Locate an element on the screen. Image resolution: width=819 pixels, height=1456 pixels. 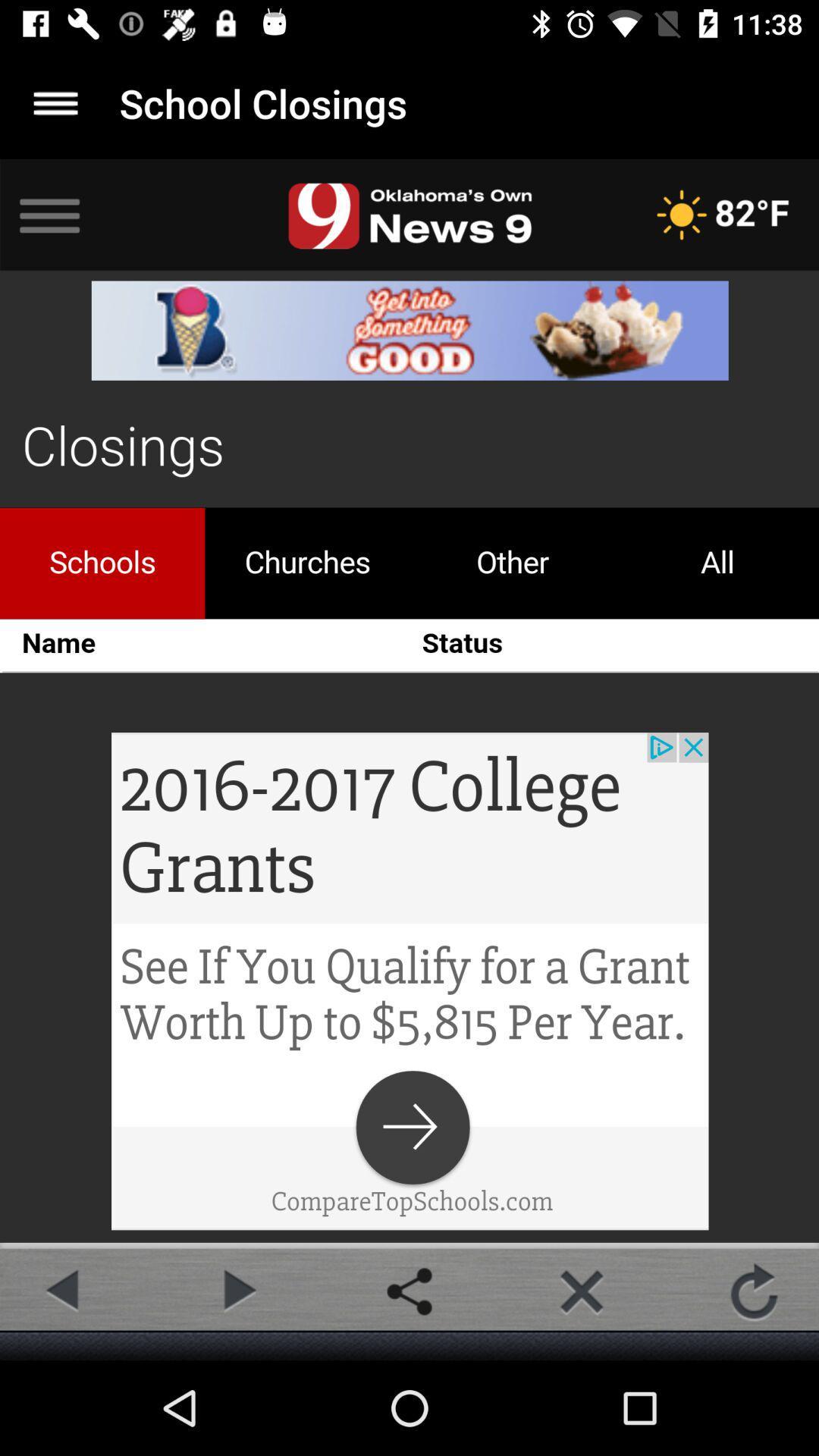
menu is located at coordinates (55, 102).